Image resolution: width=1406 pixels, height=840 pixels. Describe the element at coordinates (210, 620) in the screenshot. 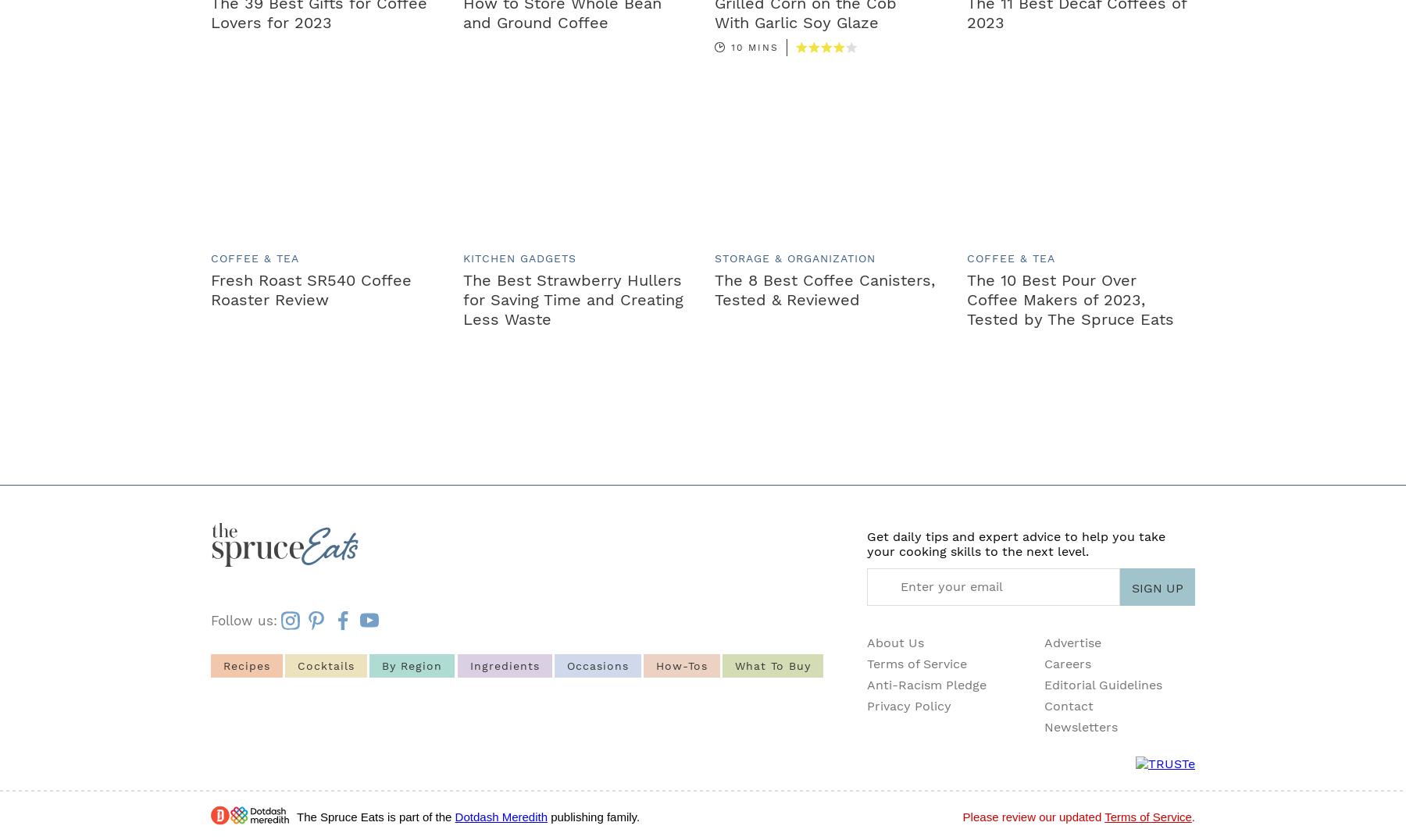

I see `'Follow us:'` at that location.